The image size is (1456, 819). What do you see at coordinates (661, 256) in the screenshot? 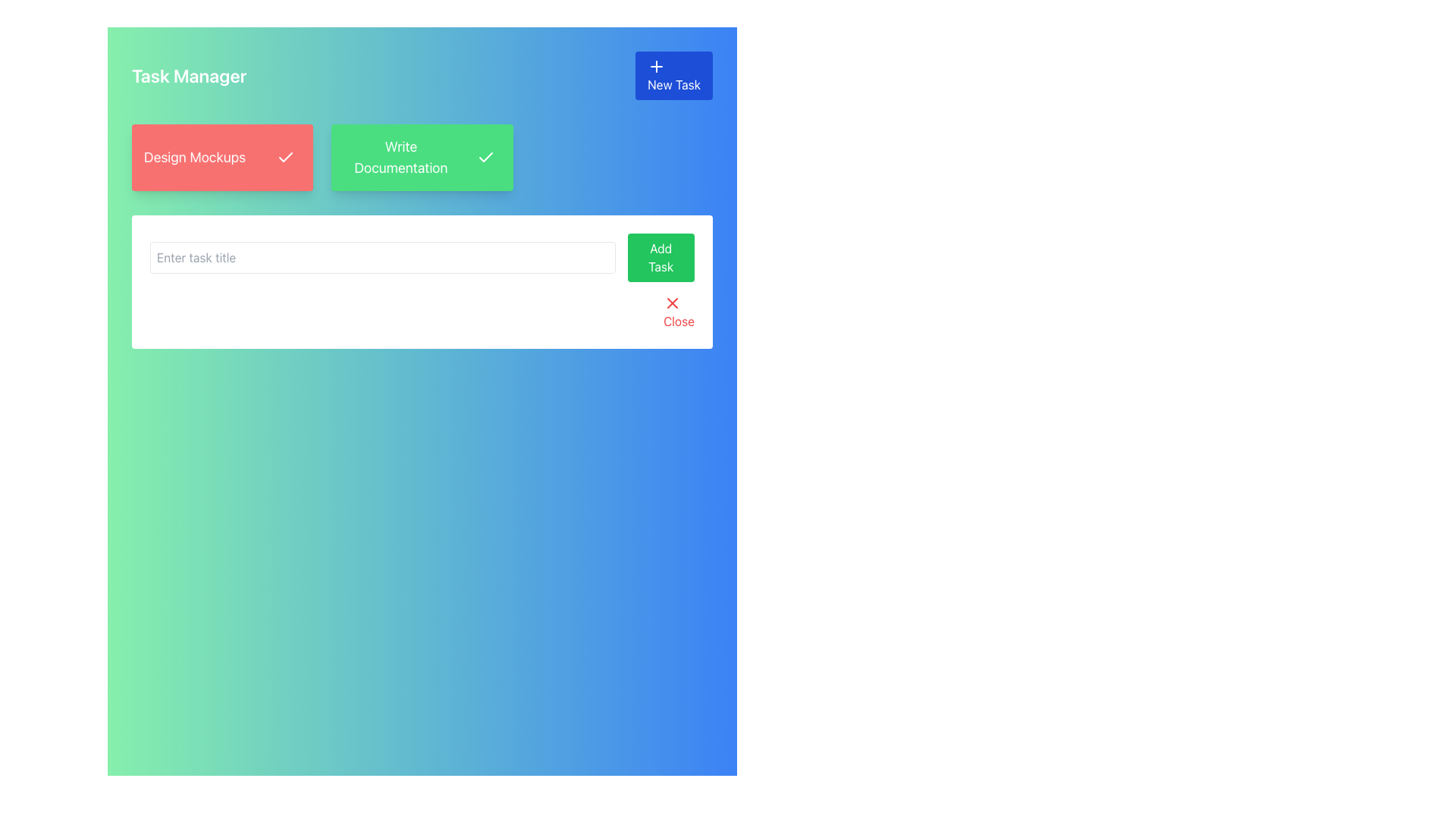
I see `the button located at the bottom right corner of the white rectangle, which is positioned immediately to the right of the associated text input field` at bounding box center [661, 256].